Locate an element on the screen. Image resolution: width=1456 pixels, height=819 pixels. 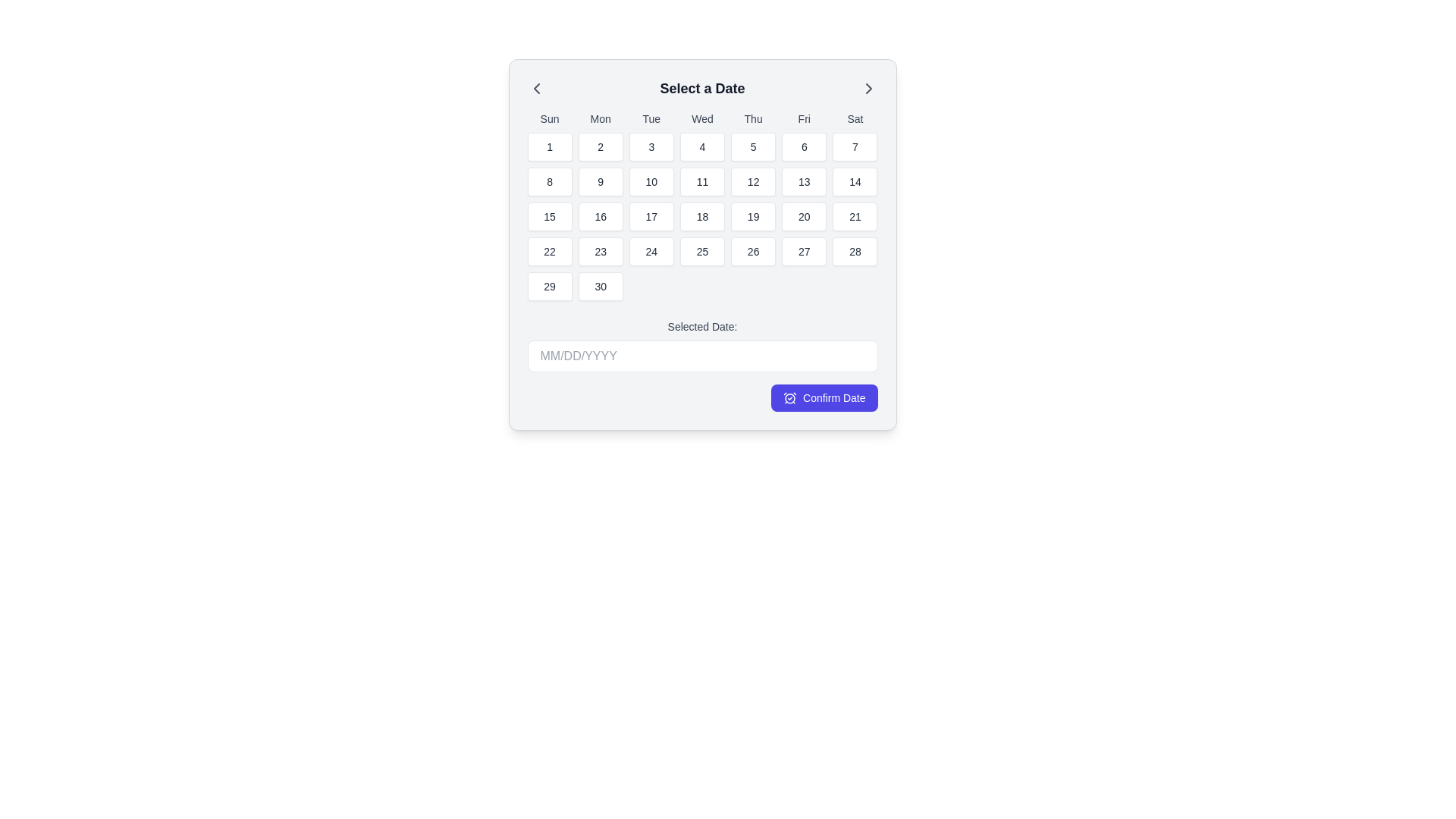
the button labeled '3' located in the calendar grid under the 'Tue' column is located at coordinates (651, 146).